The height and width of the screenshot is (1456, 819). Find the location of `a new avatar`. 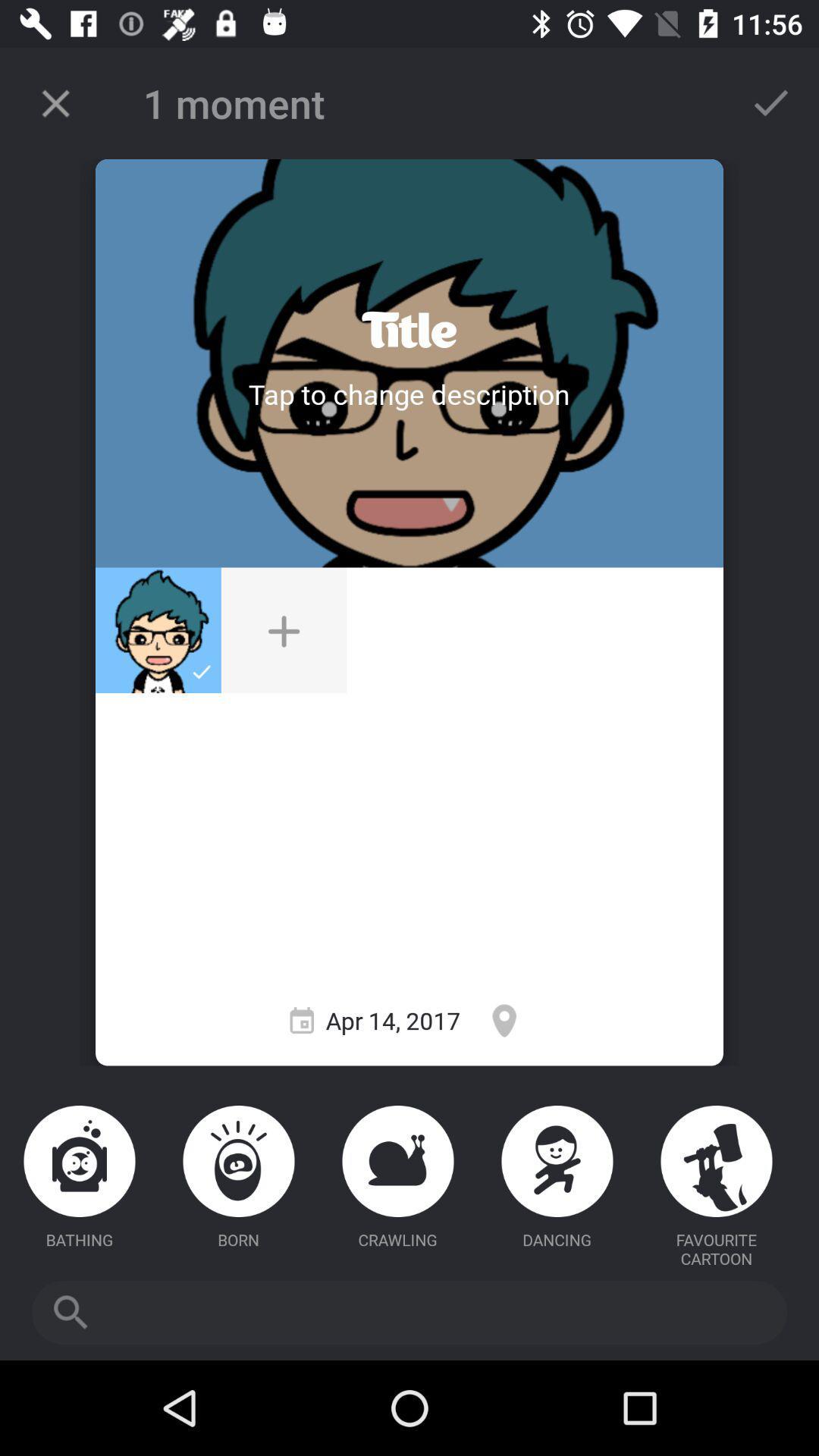

a new avatar is located at coordinates (284, 630).